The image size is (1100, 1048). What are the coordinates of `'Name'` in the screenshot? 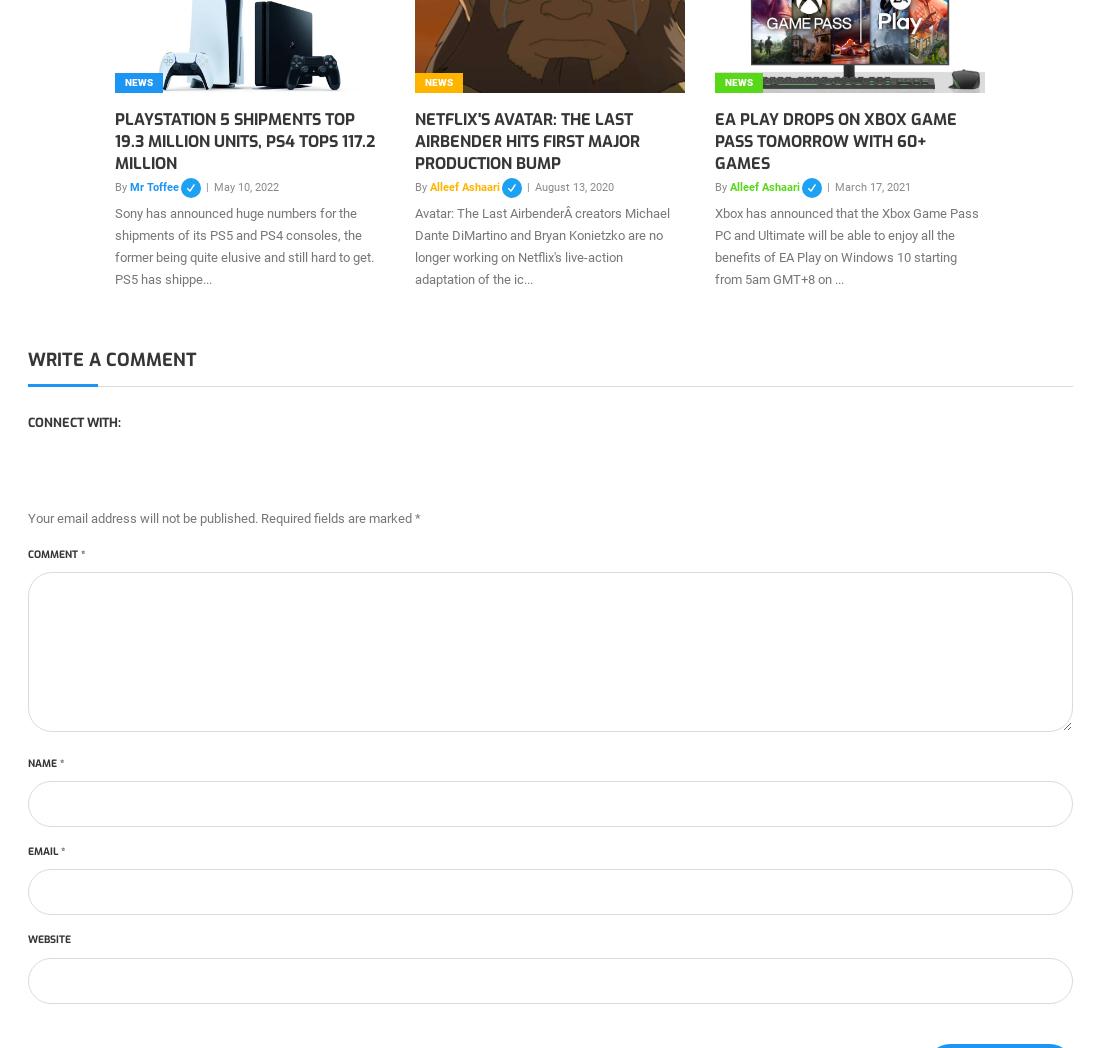 It's located at (42, 762).